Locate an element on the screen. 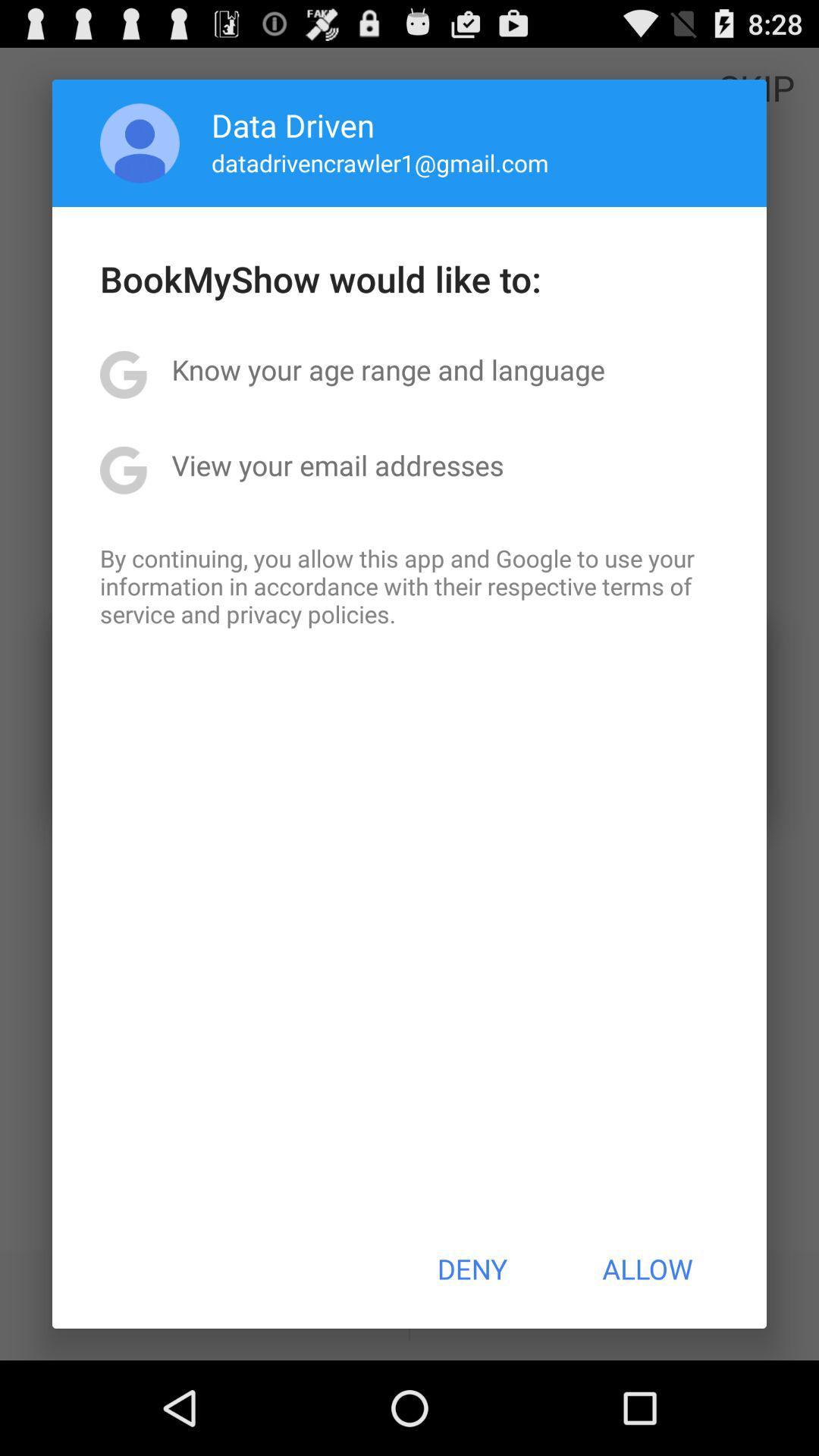 The image size is (819, 1456). app above bookmyshow would like app is located at coordinates (379, 162).